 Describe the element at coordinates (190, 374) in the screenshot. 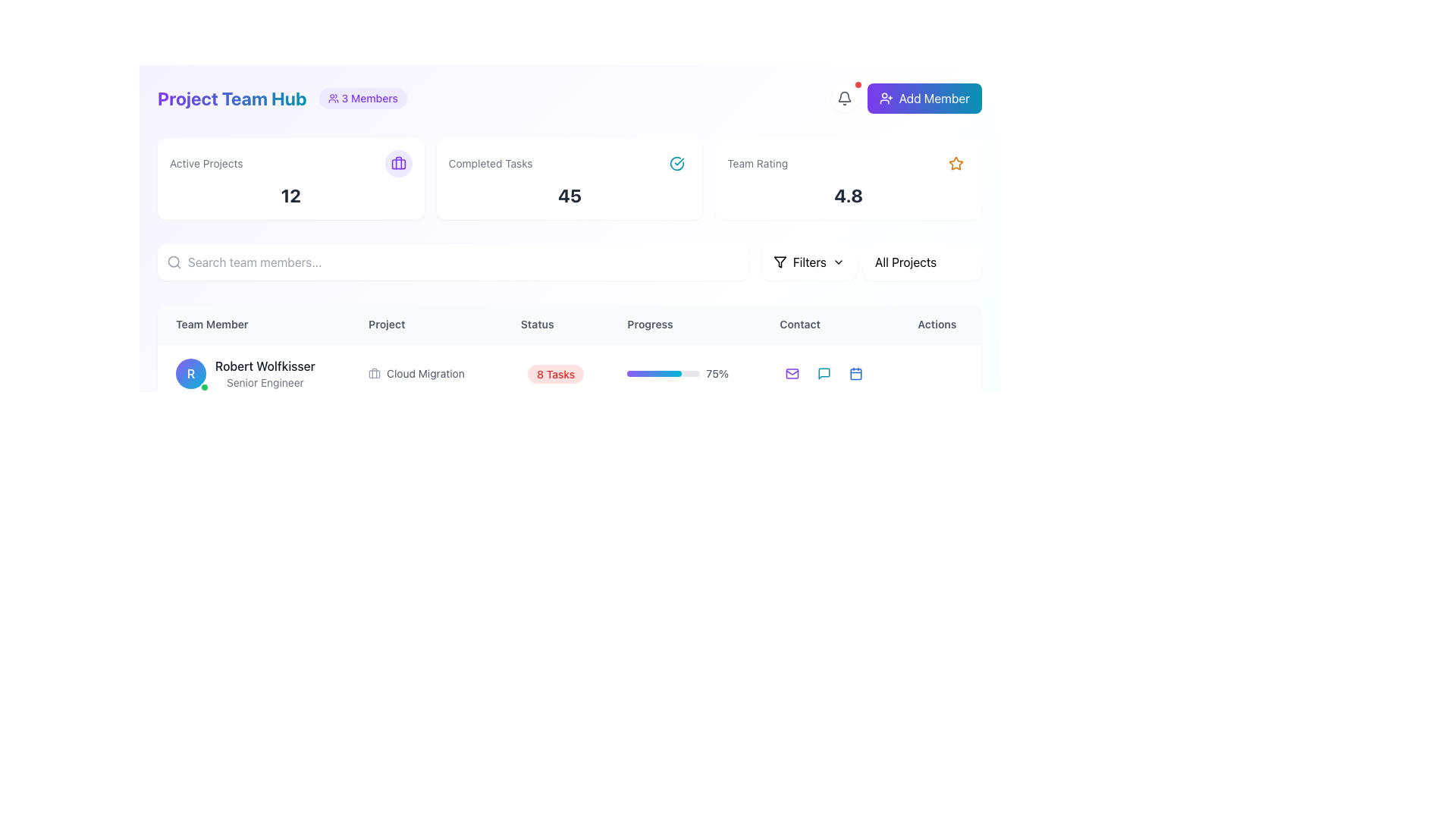

I see `the circular badge with a gradient background and the letter 'R'` at that location.